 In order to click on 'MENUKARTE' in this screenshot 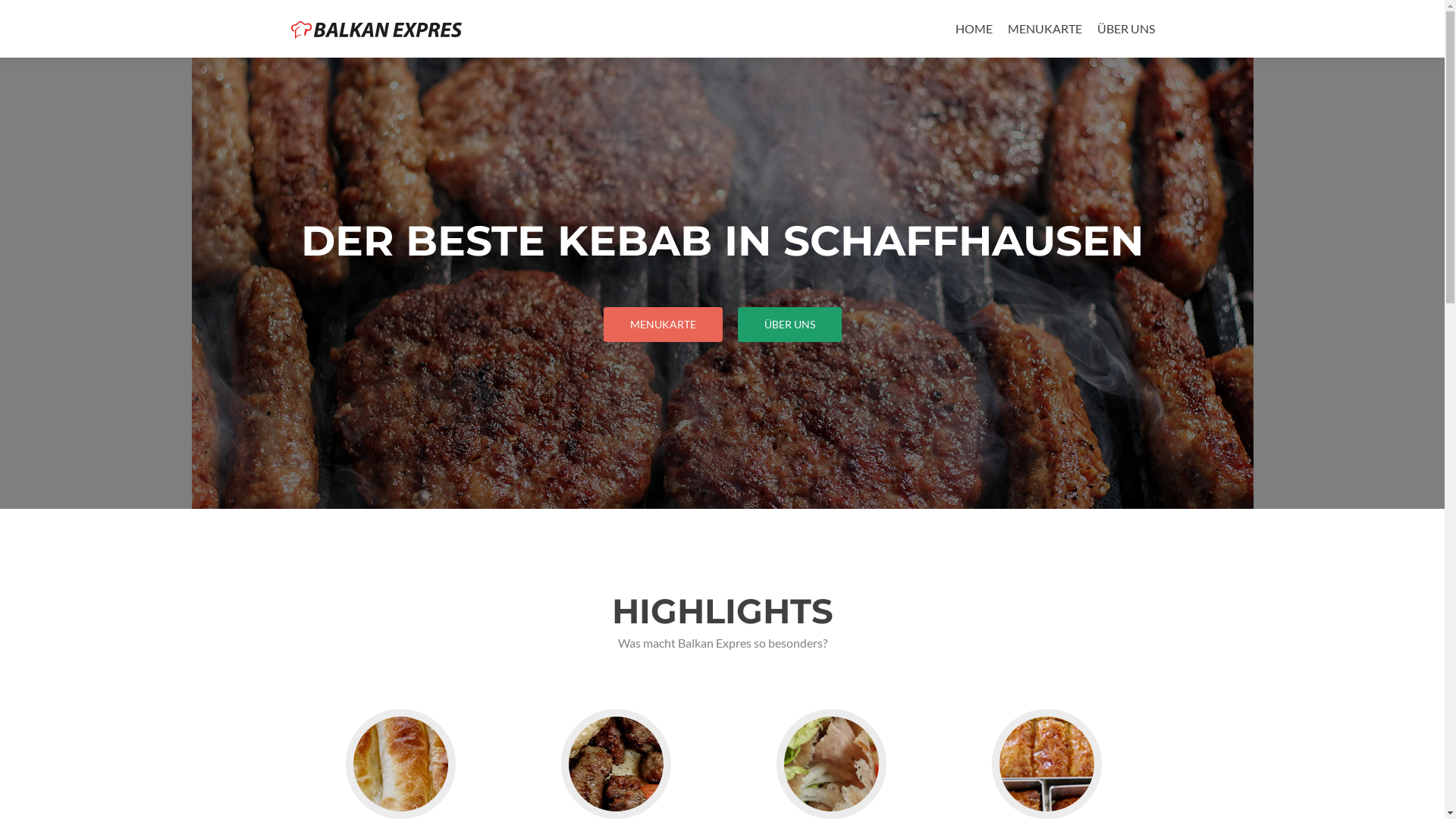, I will do `click(1007, 28)`.